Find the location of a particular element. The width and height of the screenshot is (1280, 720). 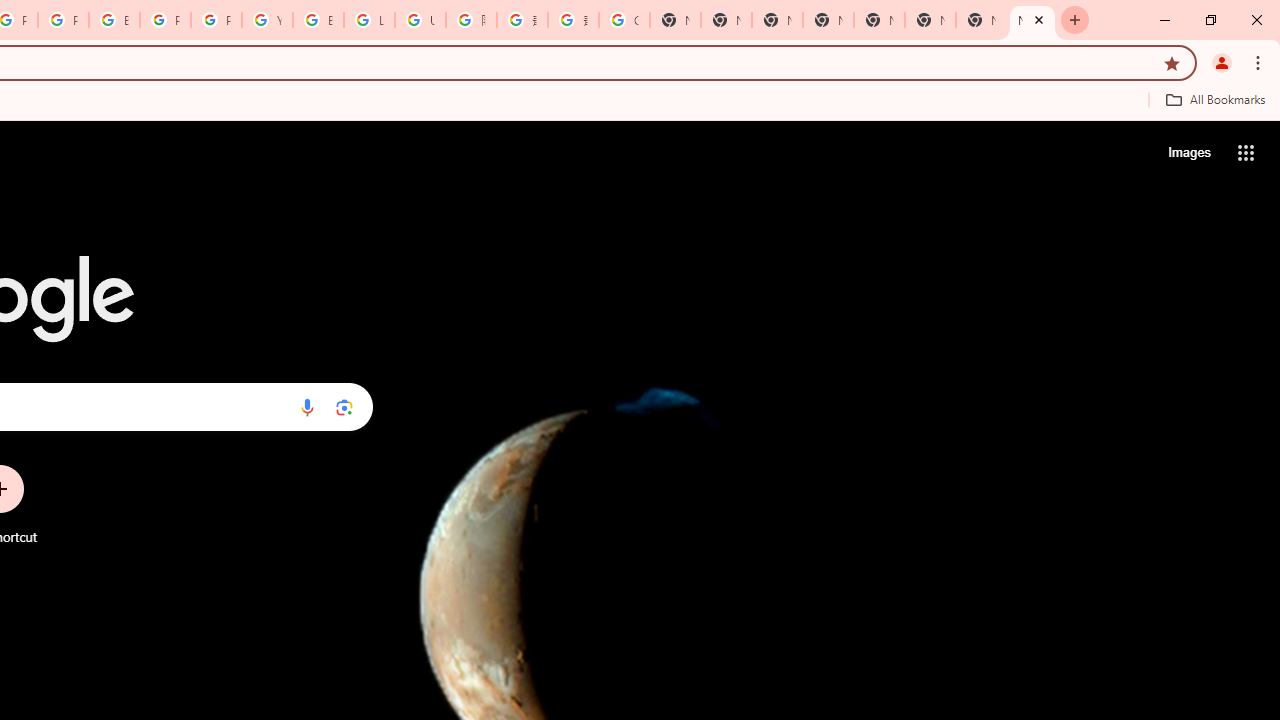

'New Tab' is located at coordinates (1032, 20).